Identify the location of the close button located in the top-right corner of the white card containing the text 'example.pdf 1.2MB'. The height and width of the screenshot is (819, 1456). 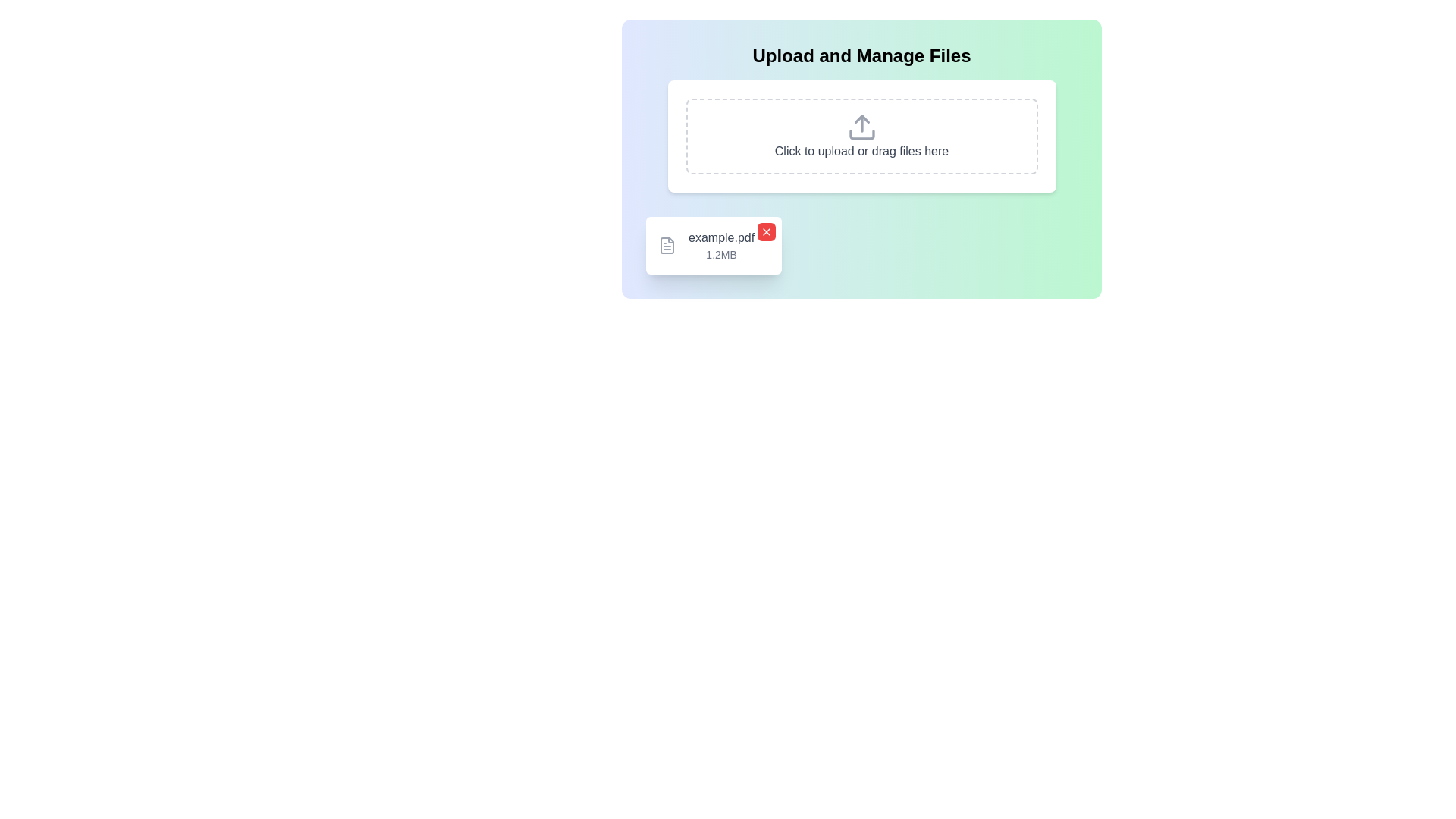
(767, 231).